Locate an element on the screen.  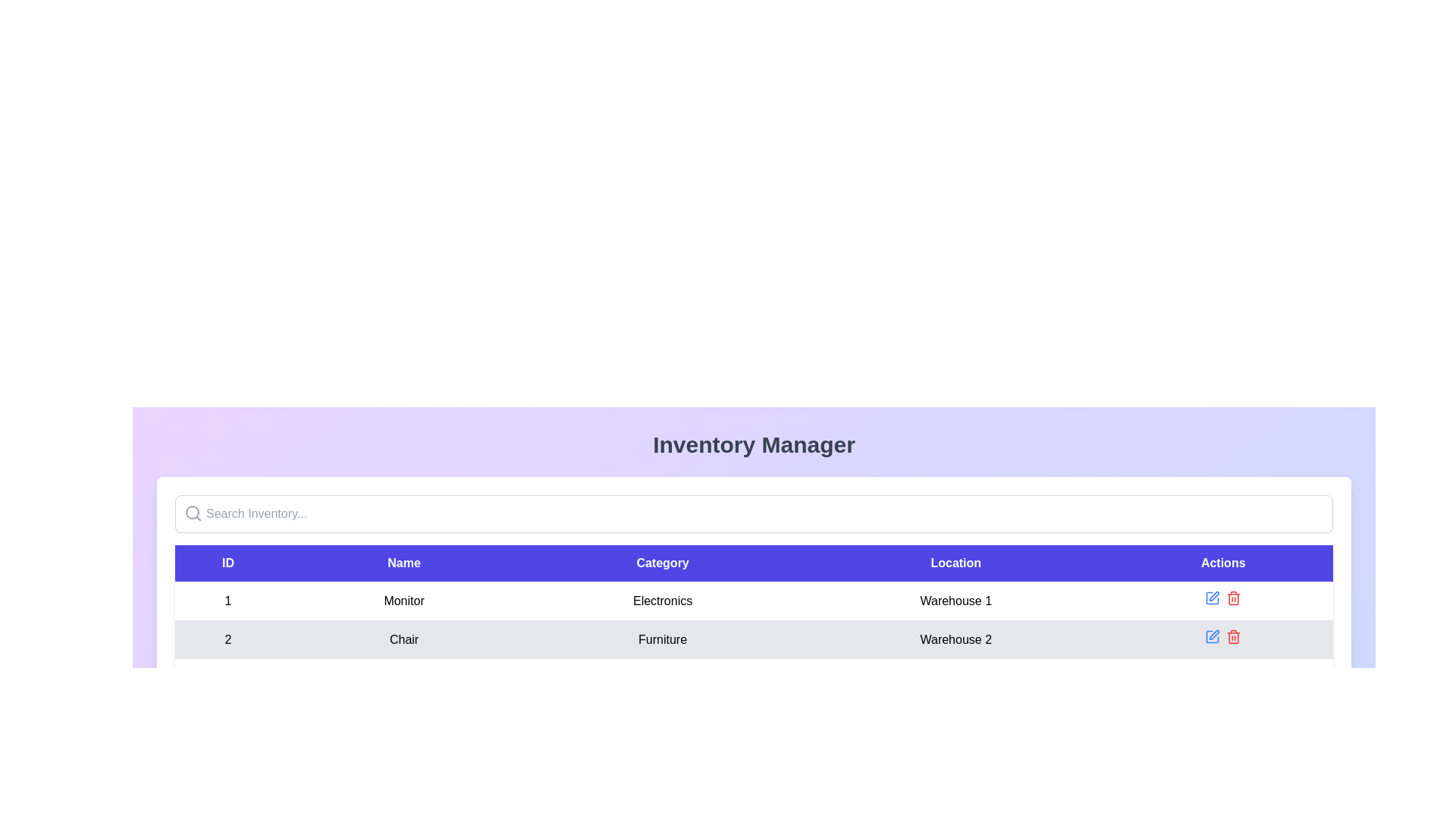
the blue icon in the actions column is located at coordinates (1223, 639).